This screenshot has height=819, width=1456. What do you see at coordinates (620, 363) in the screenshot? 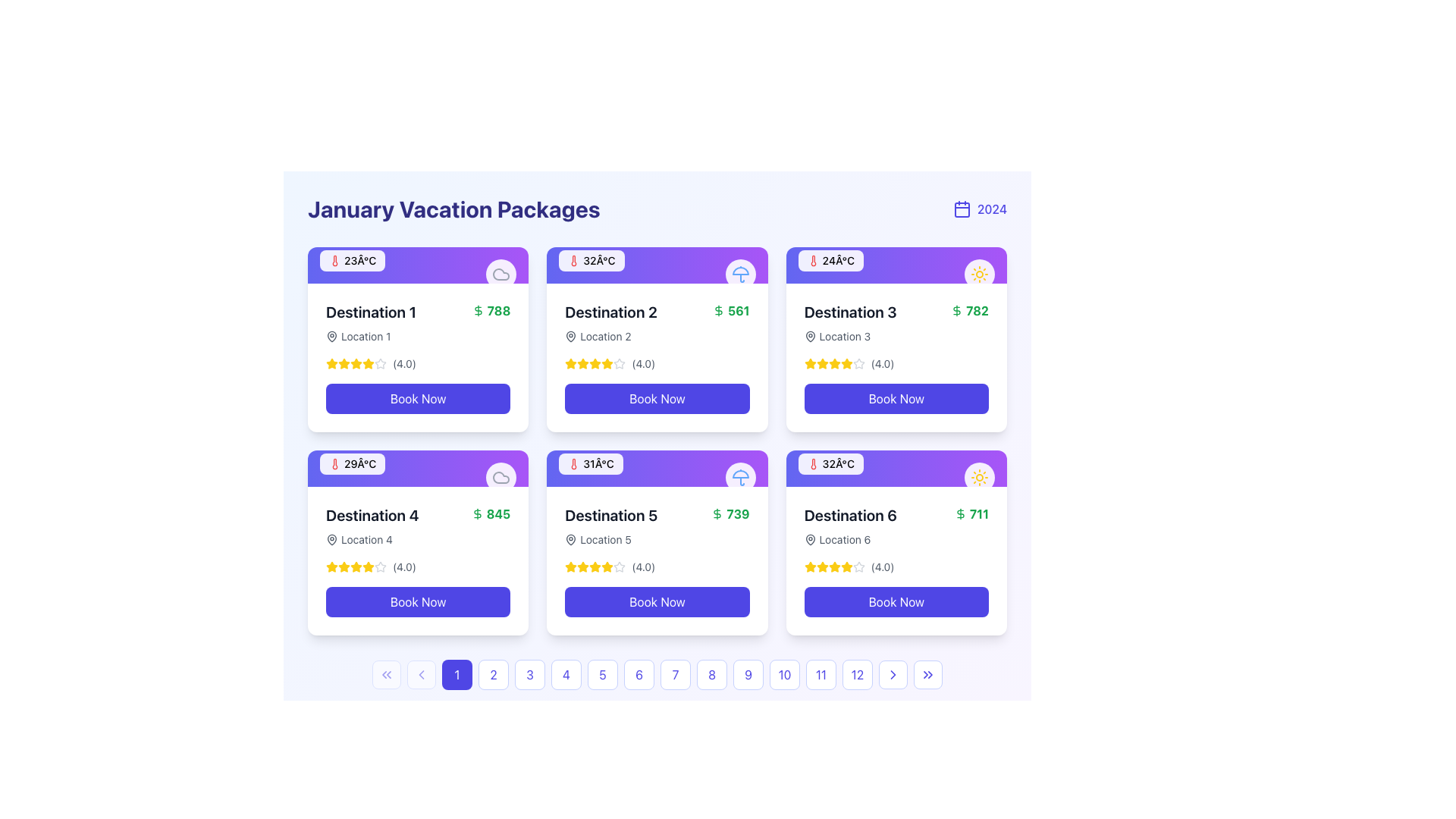
I see `the fifth gray star icon in the rating system located below 'Location 2'` at bounding box center [620, 363].